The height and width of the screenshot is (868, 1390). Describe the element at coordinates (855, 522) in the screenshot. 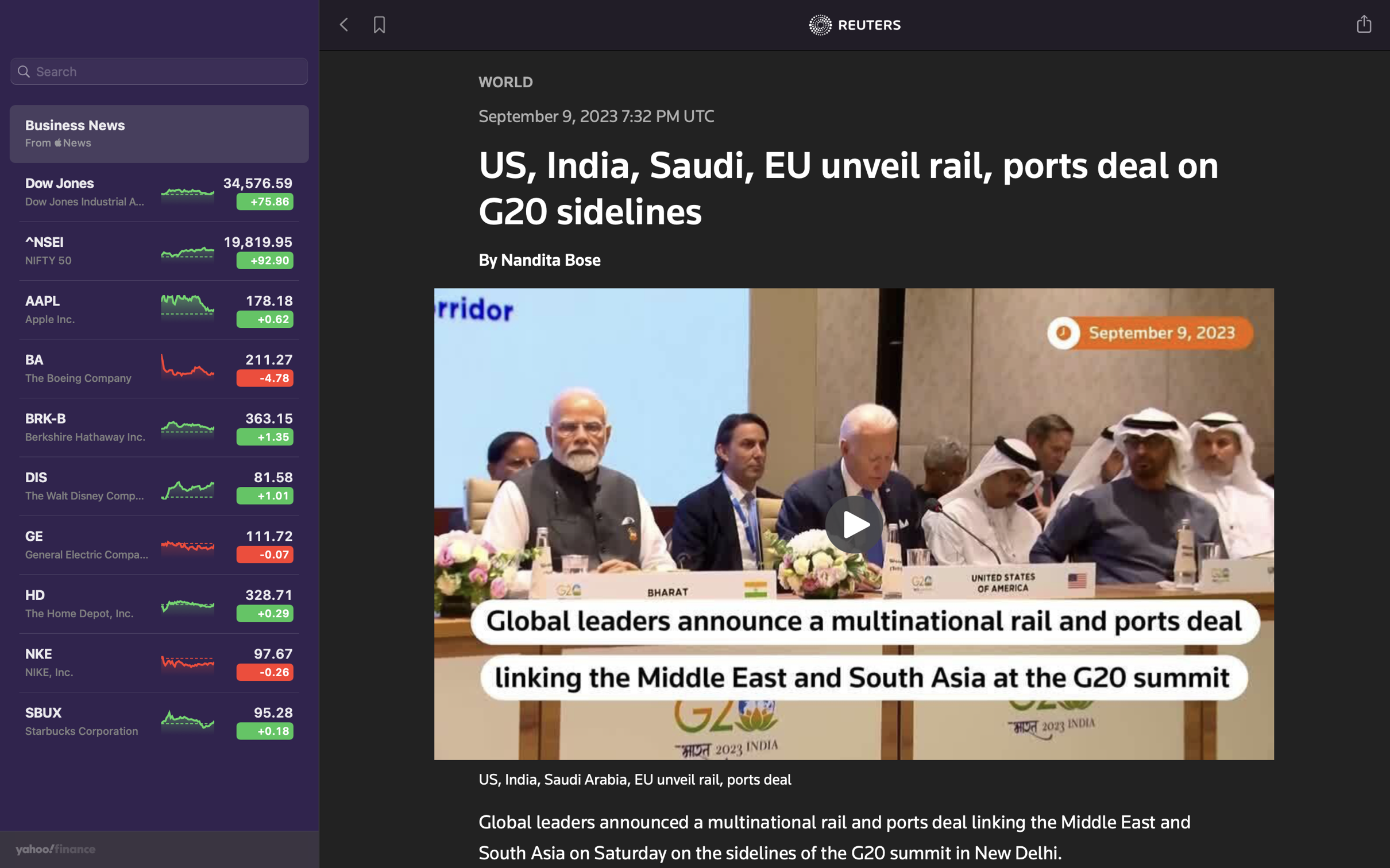

I see `the next news clip in line` at that location.